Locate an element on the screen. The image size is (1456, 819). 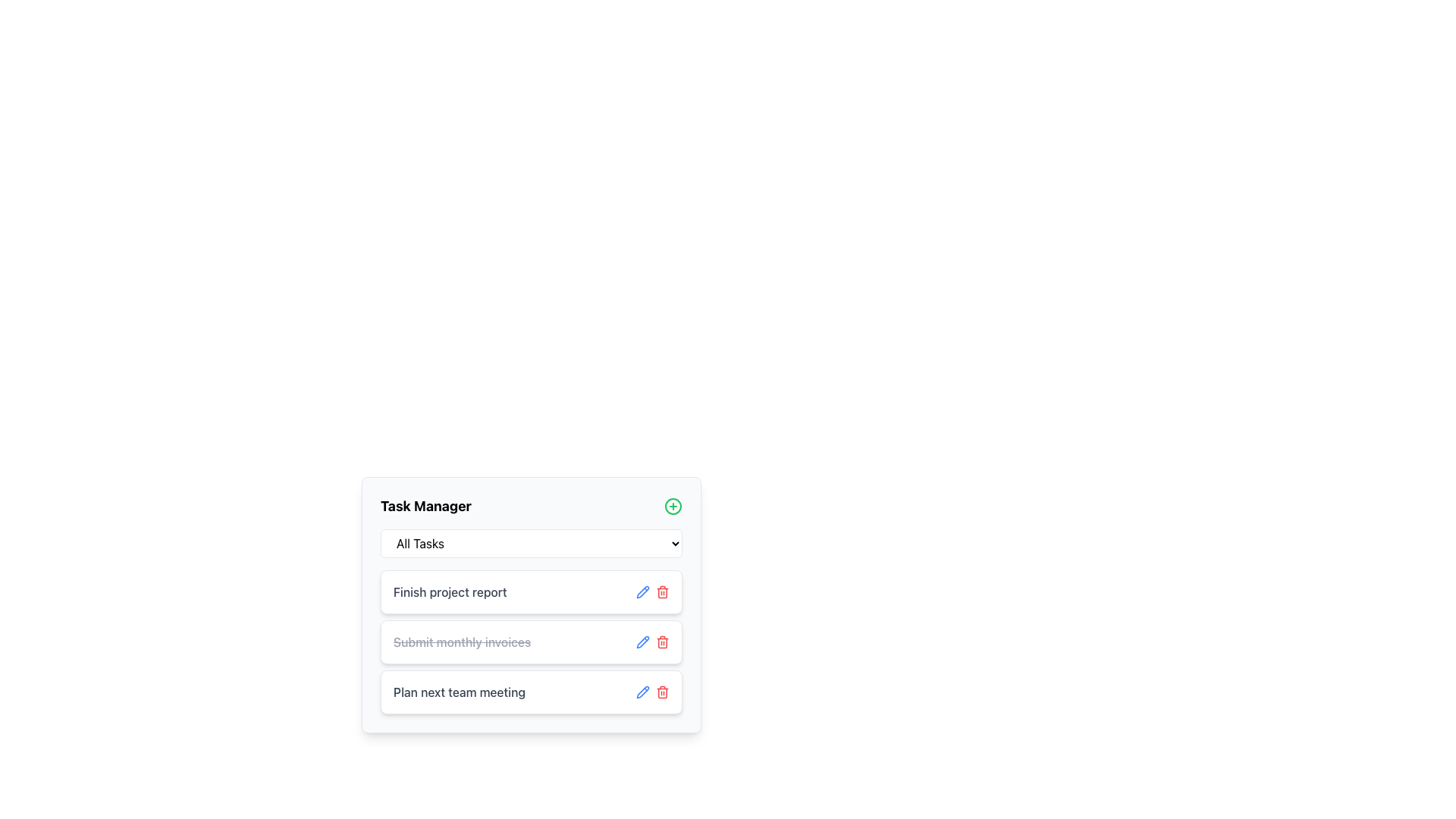
the sub-elements of the task management card located in the middle of the interface, slightly below the top edge, which displays tasks and categories such as 'Task Manager', 'All Tasks', and 'Completed' is located at coordinates (531, 632).